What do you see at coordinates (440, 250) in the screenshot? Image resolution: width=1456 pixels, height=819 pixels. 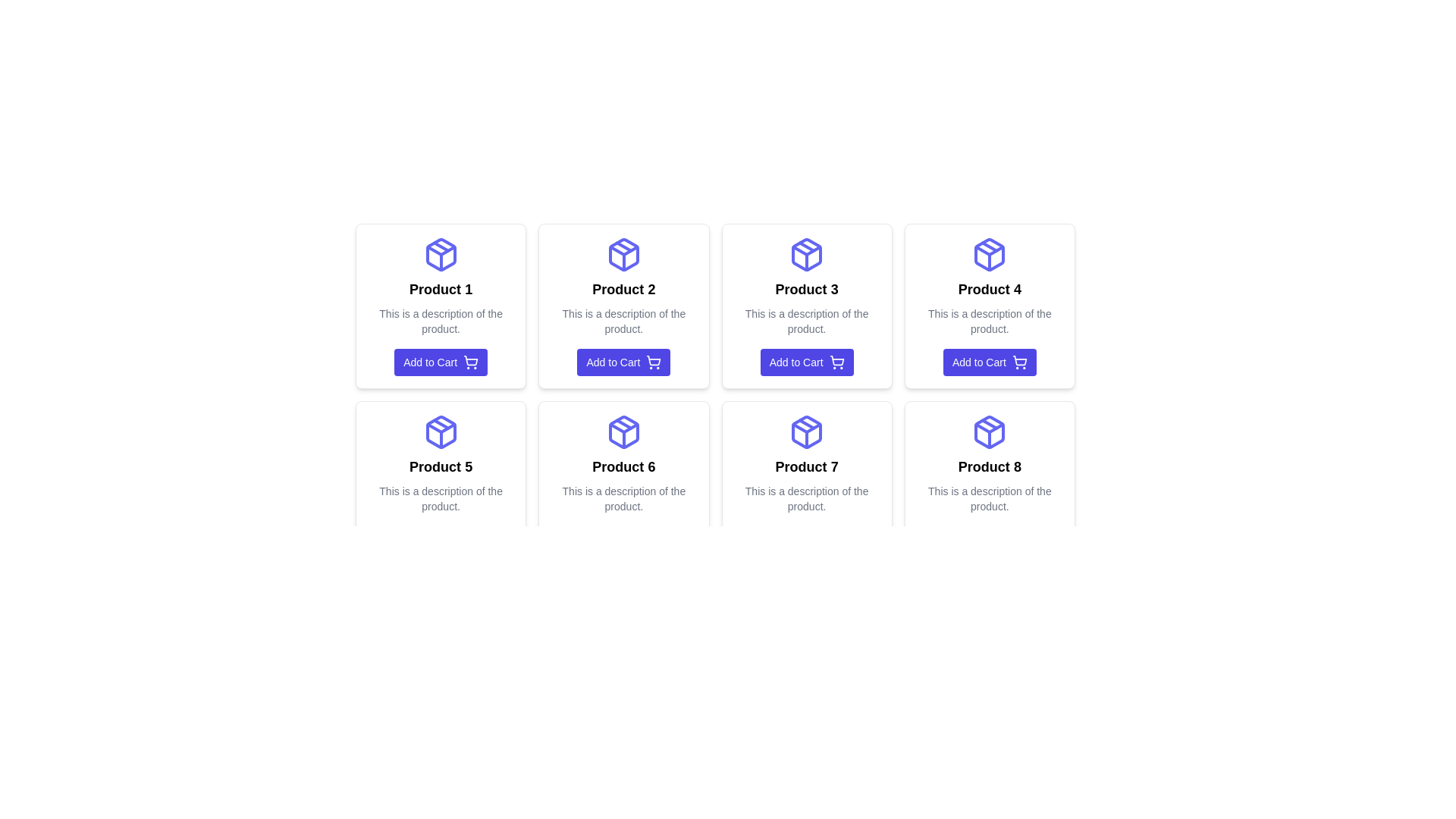 I see `the decorative triangular detail at the top center of the 'Product 1' icon` at bounding box center [440, 250].